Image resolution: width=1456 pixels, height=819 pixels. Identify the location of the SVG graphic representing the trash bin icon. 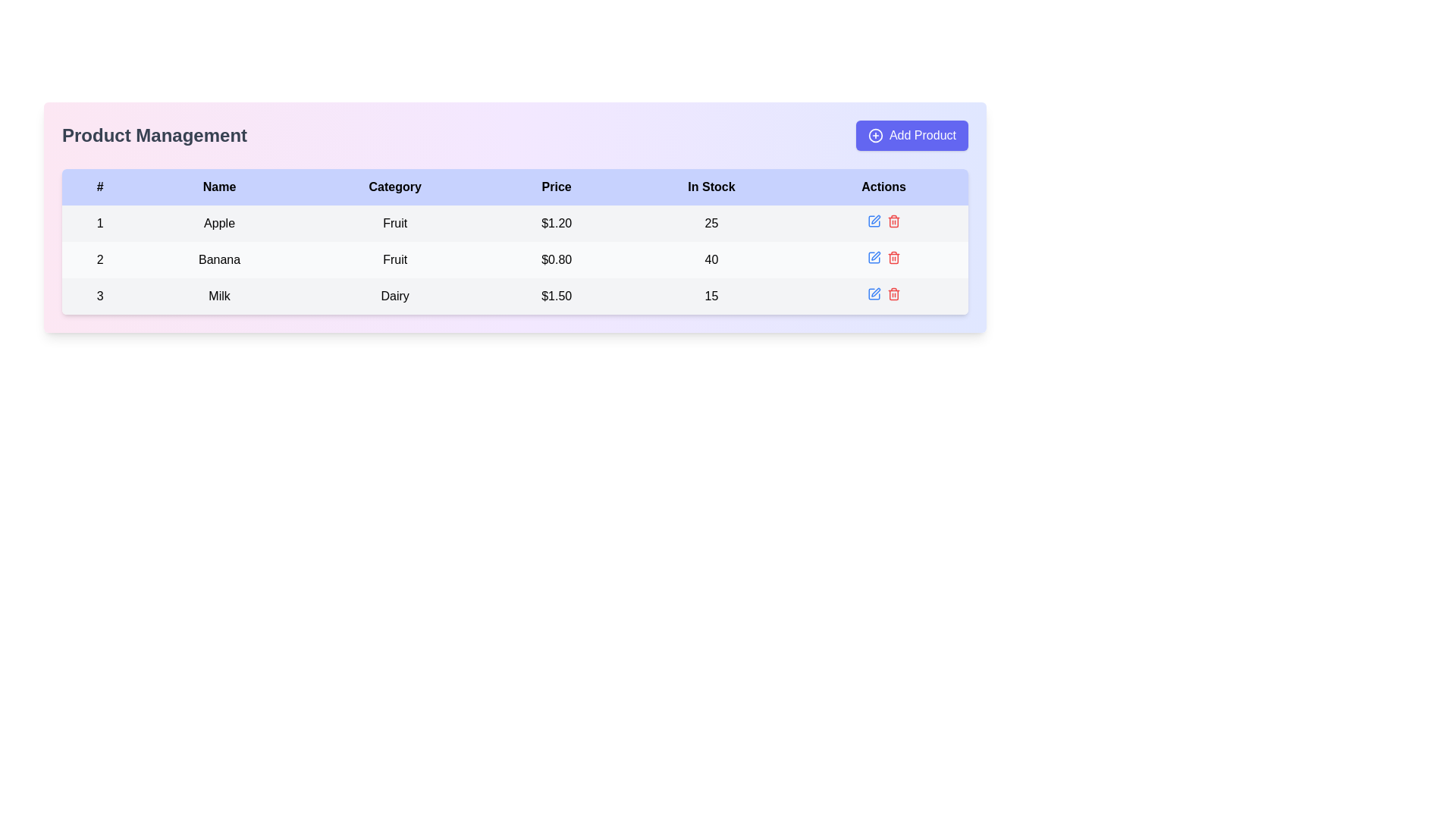
(893, 258).